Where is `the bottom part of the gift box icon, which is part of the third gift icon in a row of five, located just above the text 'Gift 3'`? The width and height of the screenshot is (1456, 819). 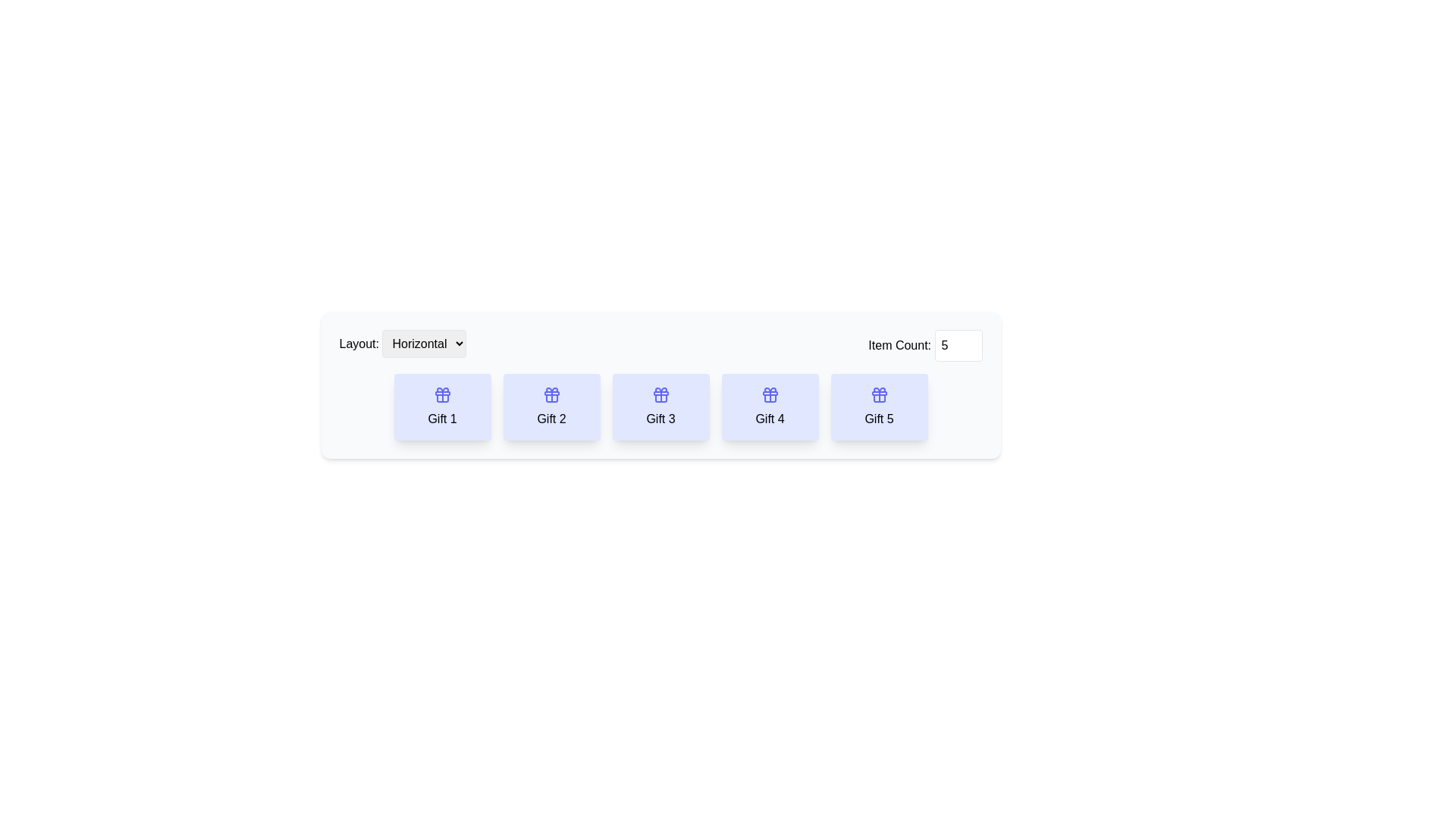
the bottom part of the gift box icon, which is part of the third gift icon in a row of five, located just above the text 'Gift 3' is located at coordinates (661, 397).